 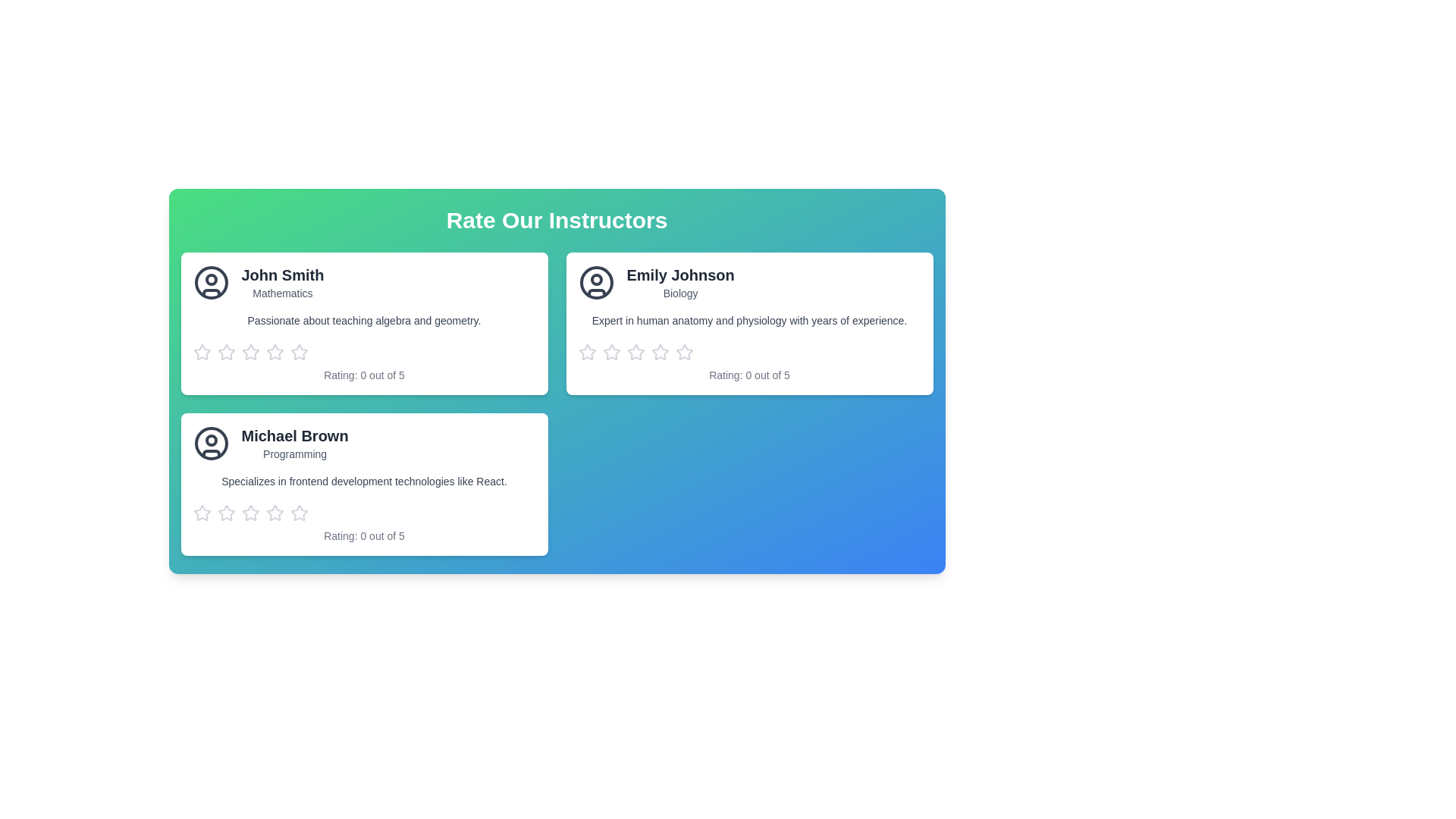 What do you see at coordinates (201, 513) in the screenshot?
I see `the first star-shaped rating icon with a hollow fill and gray border under the profile card for 'Michael Brown' in the 'Rate Our Instructors' section` at bounding box center [201, 513].